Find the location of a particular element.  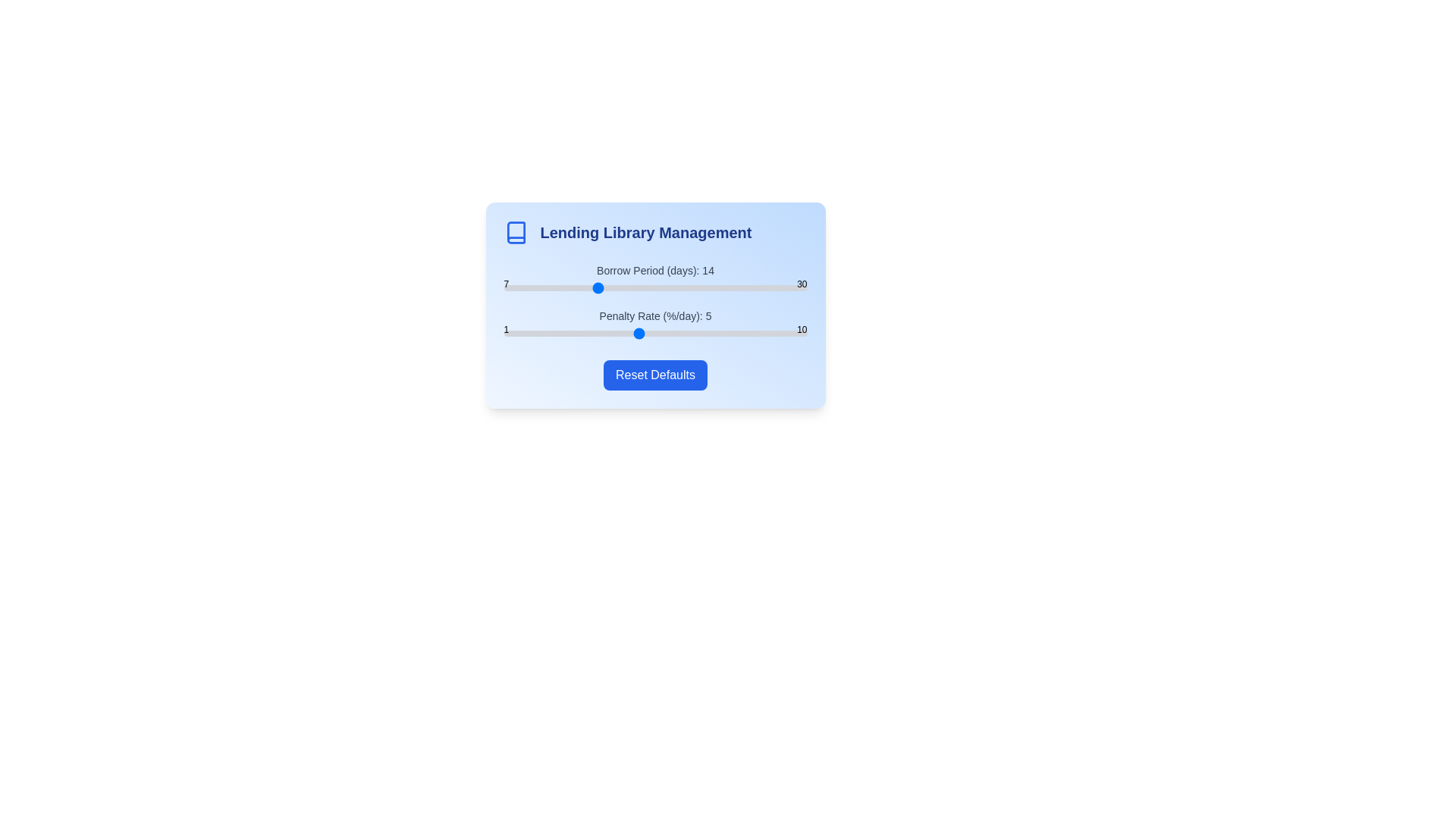

the 'Penalty Rate' slider to set the penalty rate to 1% is located at coordinates (504, 332).